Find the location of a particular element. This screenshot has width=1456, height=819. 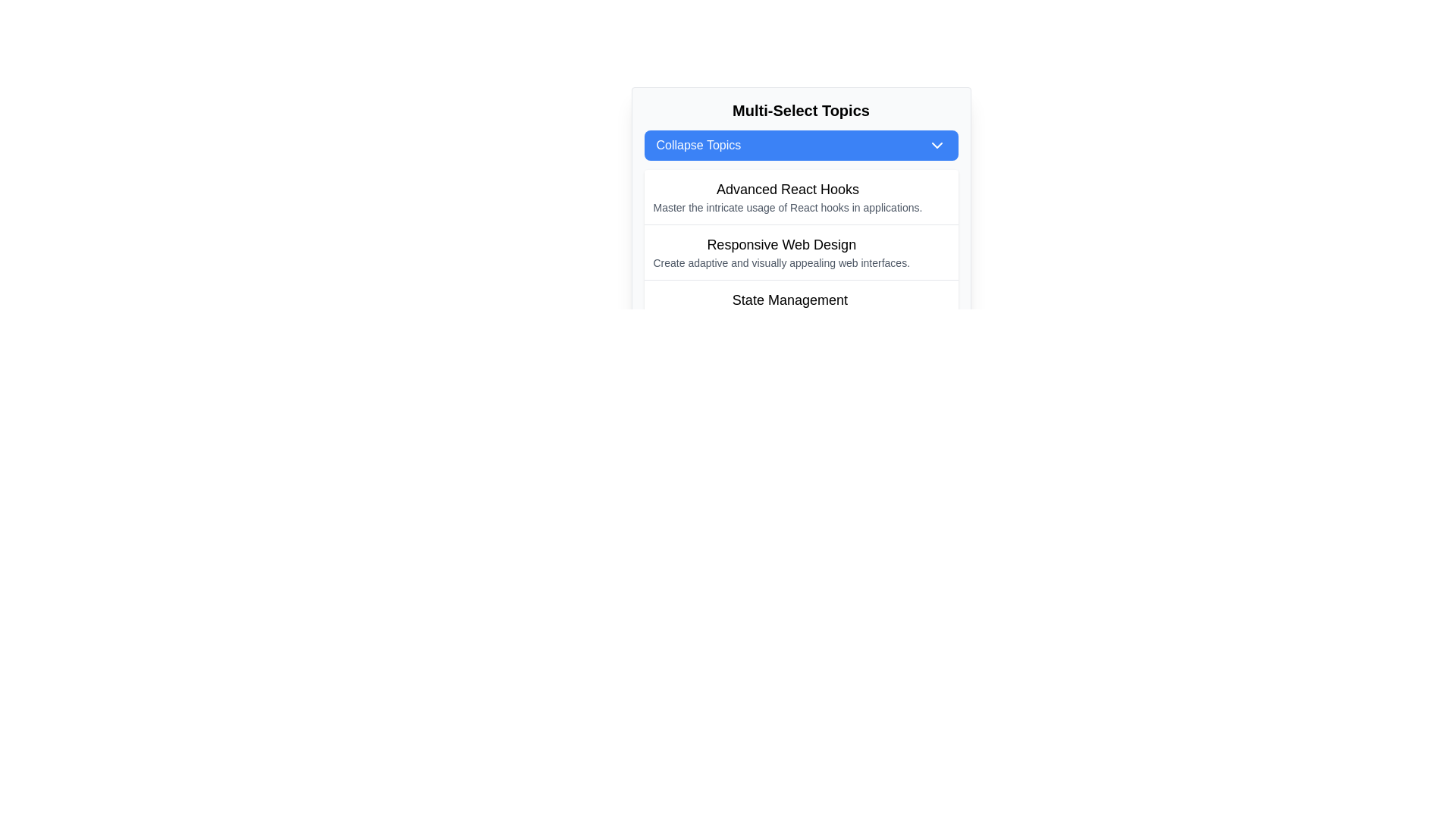

the first item in the 'Multi-Select Topics' list, which is titled 'Advanced React Hooks' and contains a subtitle about mastering React hooks is located at coordinates (800, 196).